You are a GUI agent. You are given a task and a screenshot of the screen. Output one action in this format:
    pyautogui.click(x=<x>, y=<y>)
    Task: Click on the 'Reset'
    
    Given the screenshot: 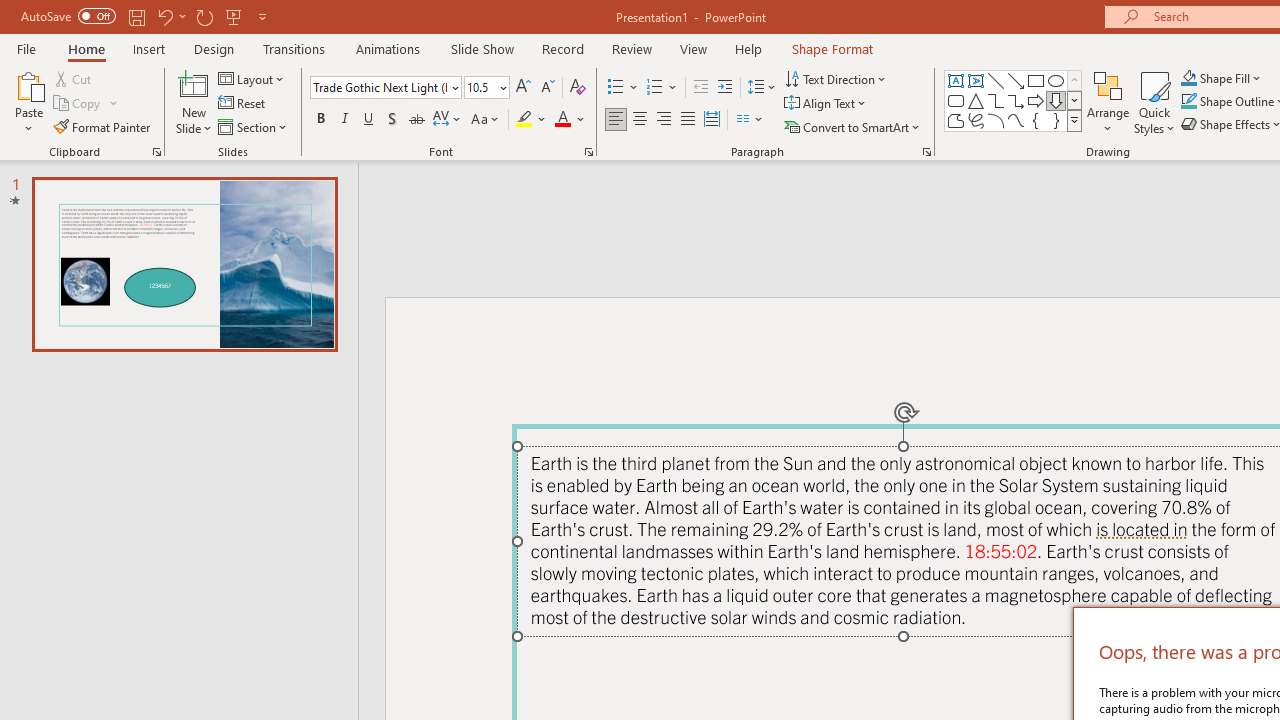 What is the action you would take?
    pyautogui.click(x=242, y=103)
    